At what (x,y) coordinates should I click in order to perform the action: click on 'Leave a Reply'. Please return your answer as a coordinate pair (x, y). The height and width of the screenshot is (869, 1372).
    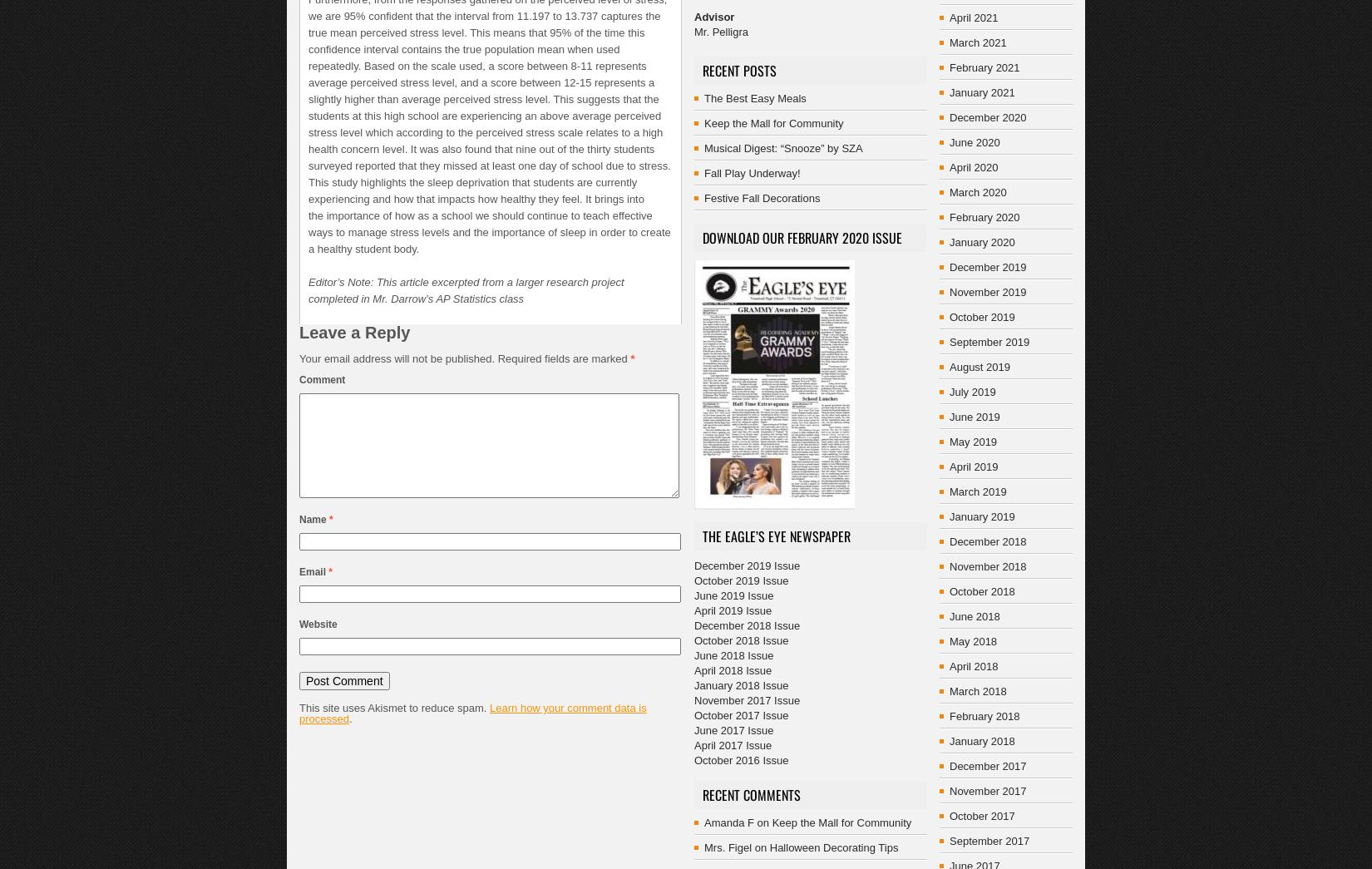
    Looking at the image, I should click on (299, 332).